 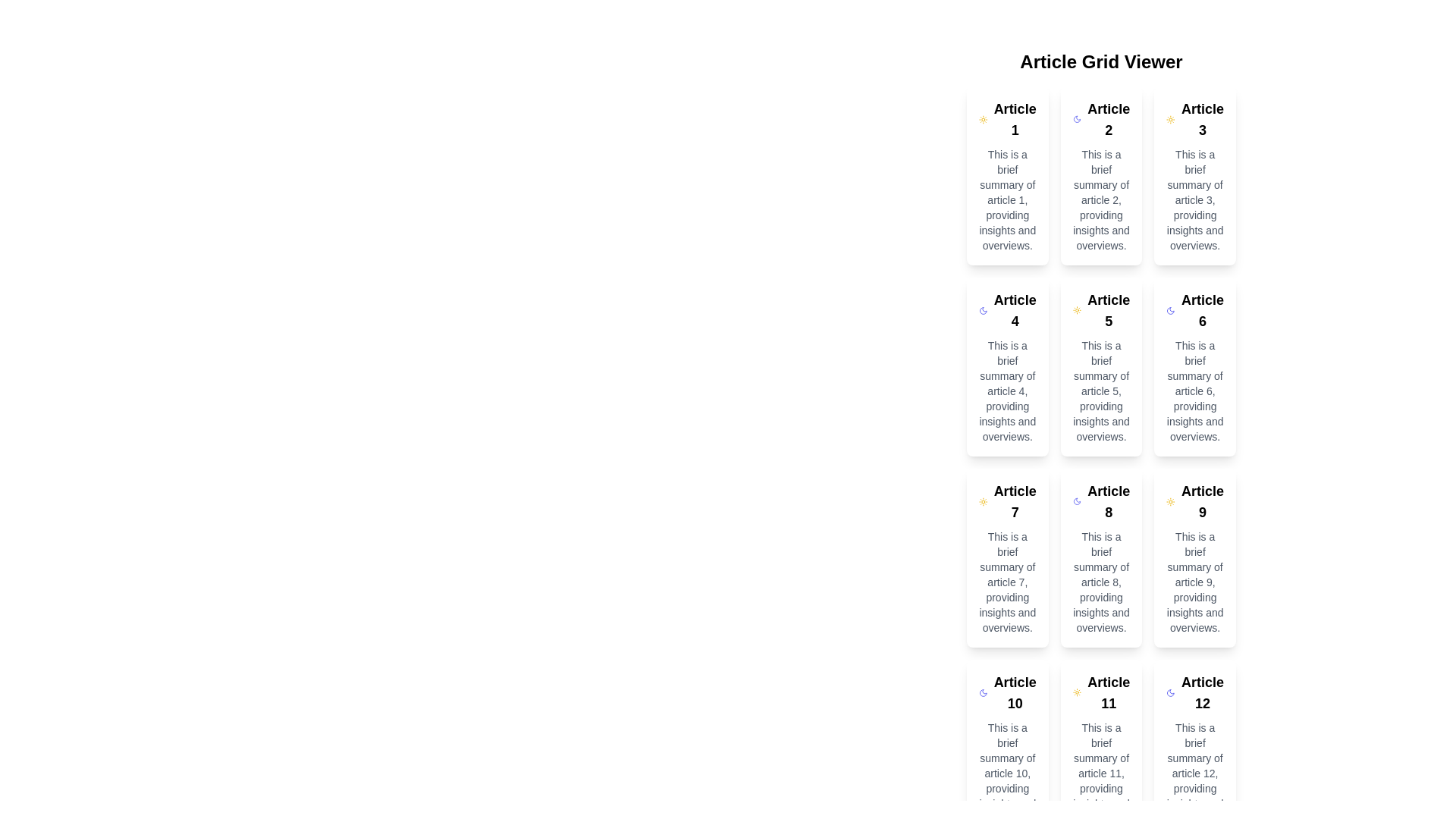 What do you see at coordinates (1101, 558) in the screenshot?
I see `the article overview card located in the second column of the third row of the grid layout, which provides insights into the article's content` at bounding box center [1101, 558].